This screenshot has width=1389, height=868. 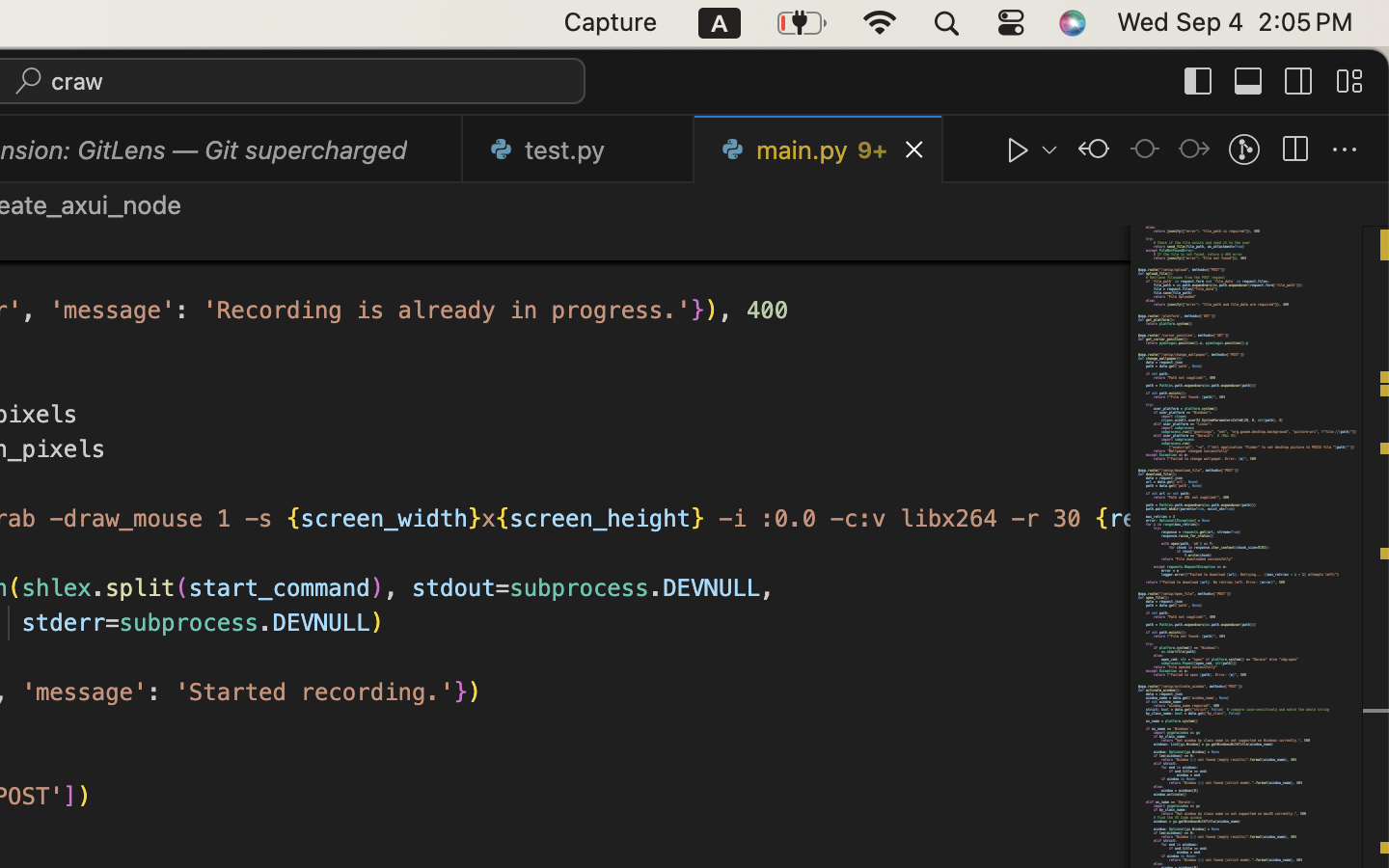 What do you see at coordinates (1243, 149) in the screenshot?
I see `''` at bounding box center [1243, 149].